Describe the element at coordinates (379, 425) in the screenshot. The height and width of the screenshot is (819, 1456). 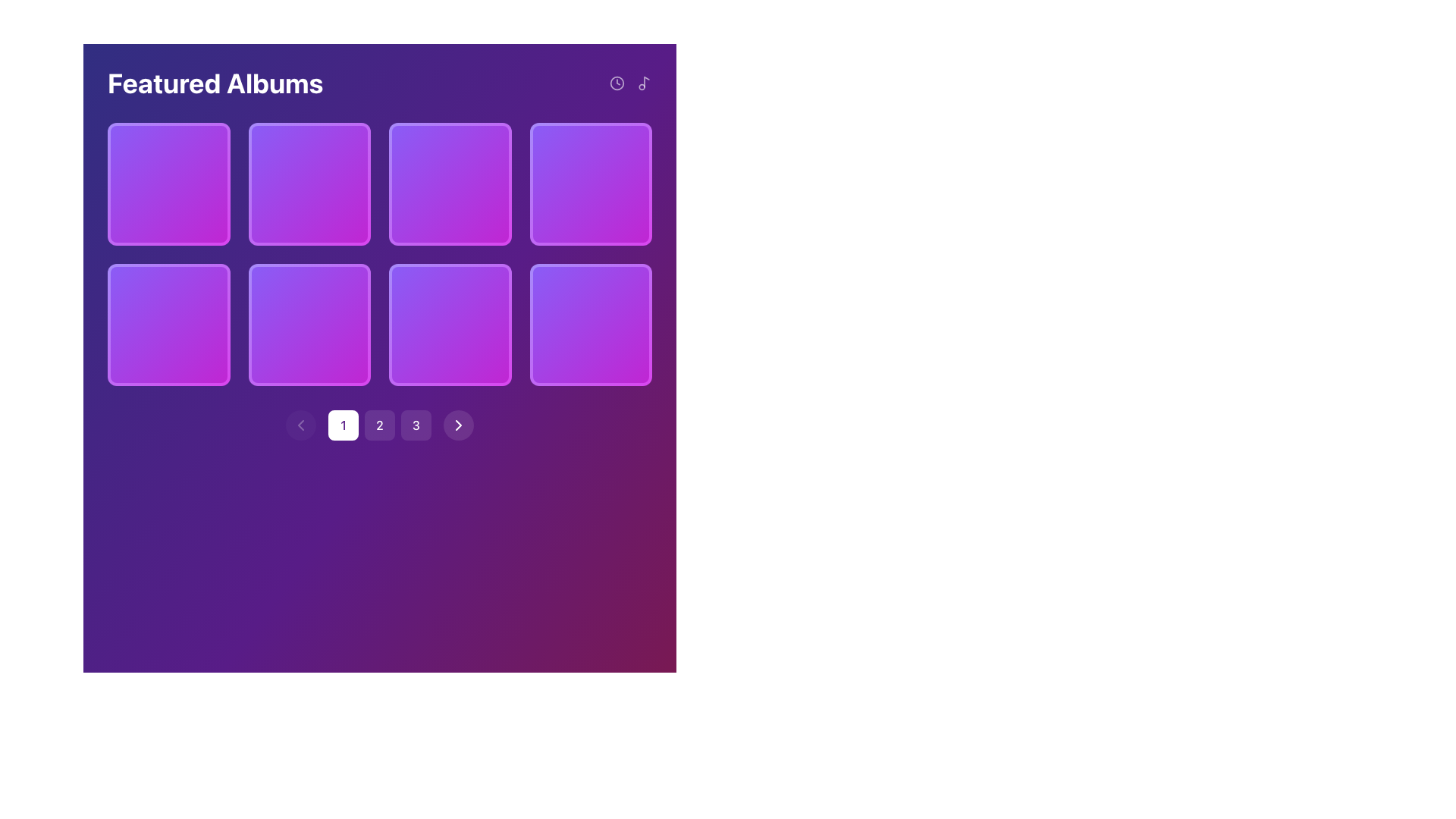
I see `the second button in a series of three buttons, which has a purple background and contains the white numeral '2'` at that location.